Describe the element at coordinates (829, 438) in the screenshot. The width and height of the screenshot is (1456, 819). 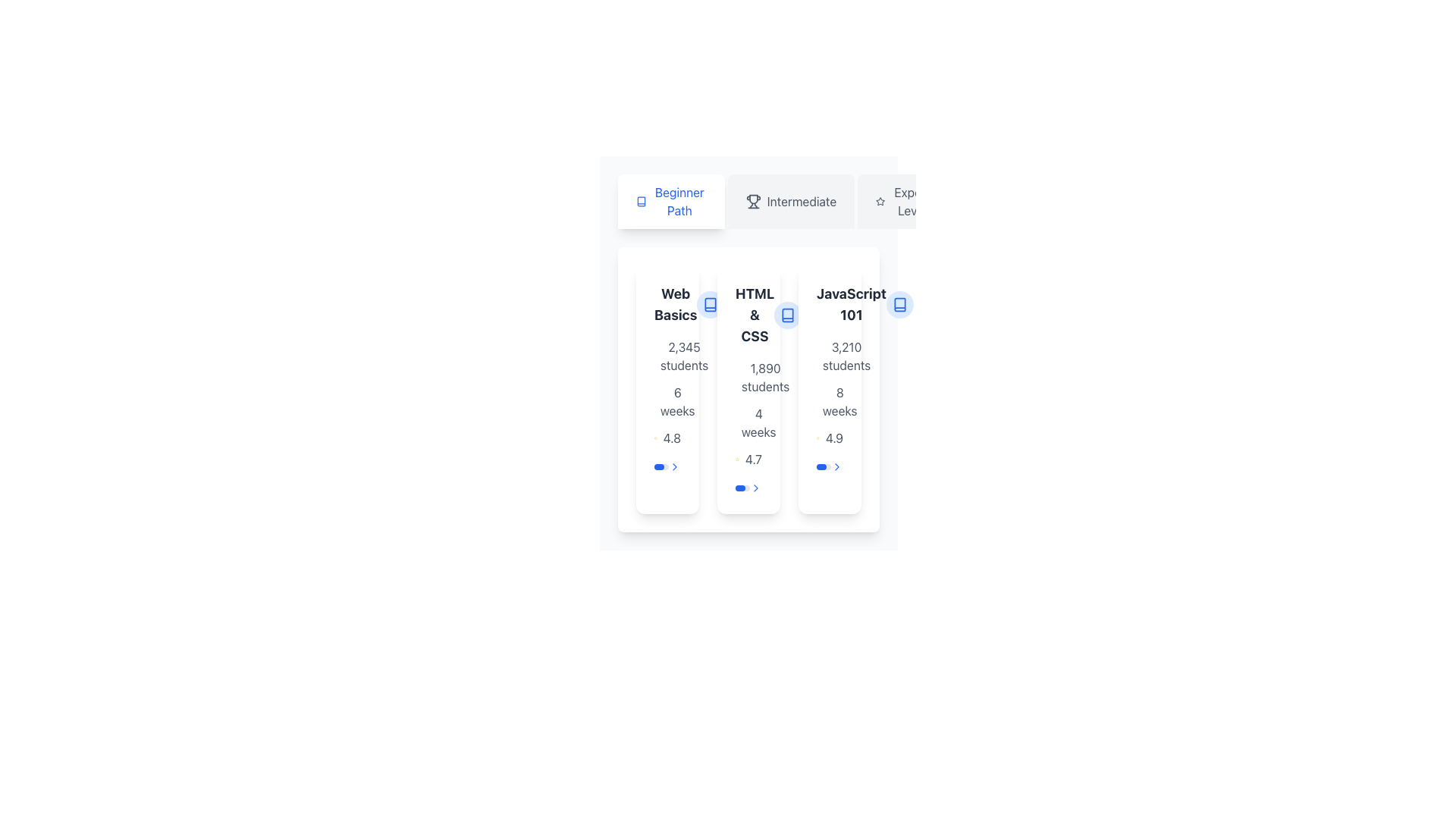
I see `the static display component showing the rating '4.9' with a yellow star icon, located at the bottom of the 'JavaScript 101' card` at that location.